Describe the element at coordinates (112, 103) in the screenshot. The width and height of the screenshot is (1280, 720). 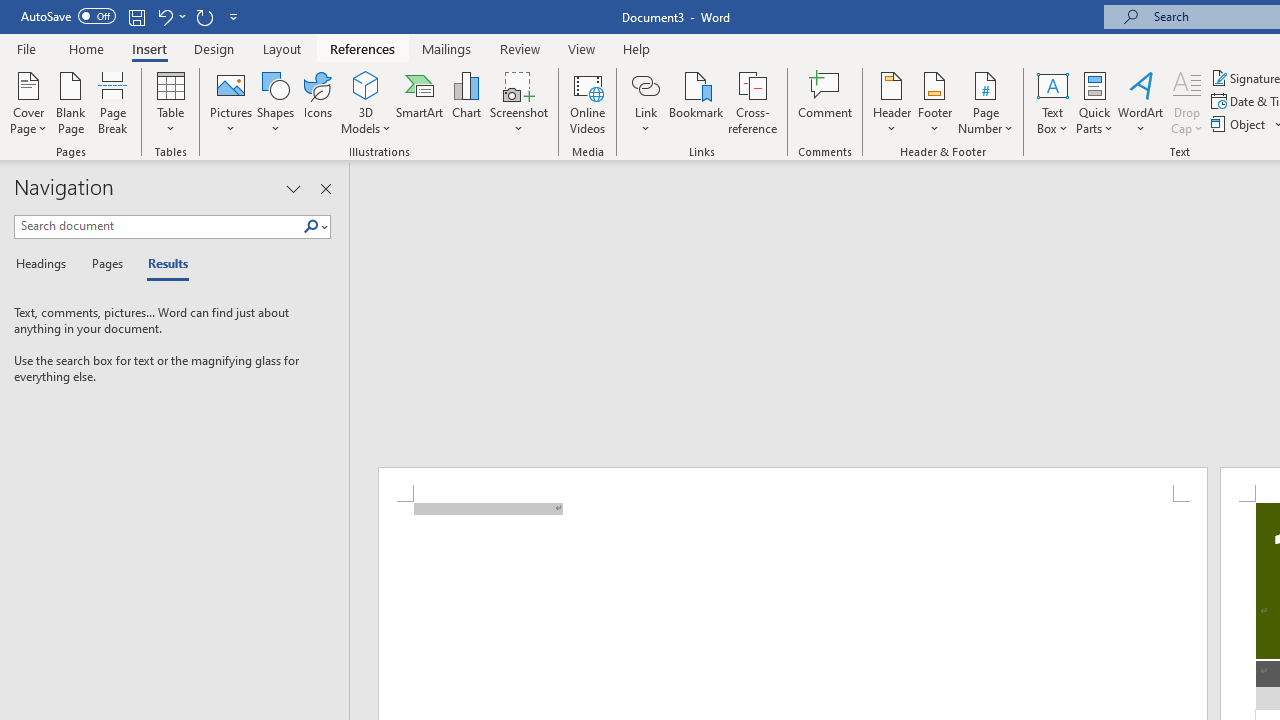
I see `'Page Break'` at that location.